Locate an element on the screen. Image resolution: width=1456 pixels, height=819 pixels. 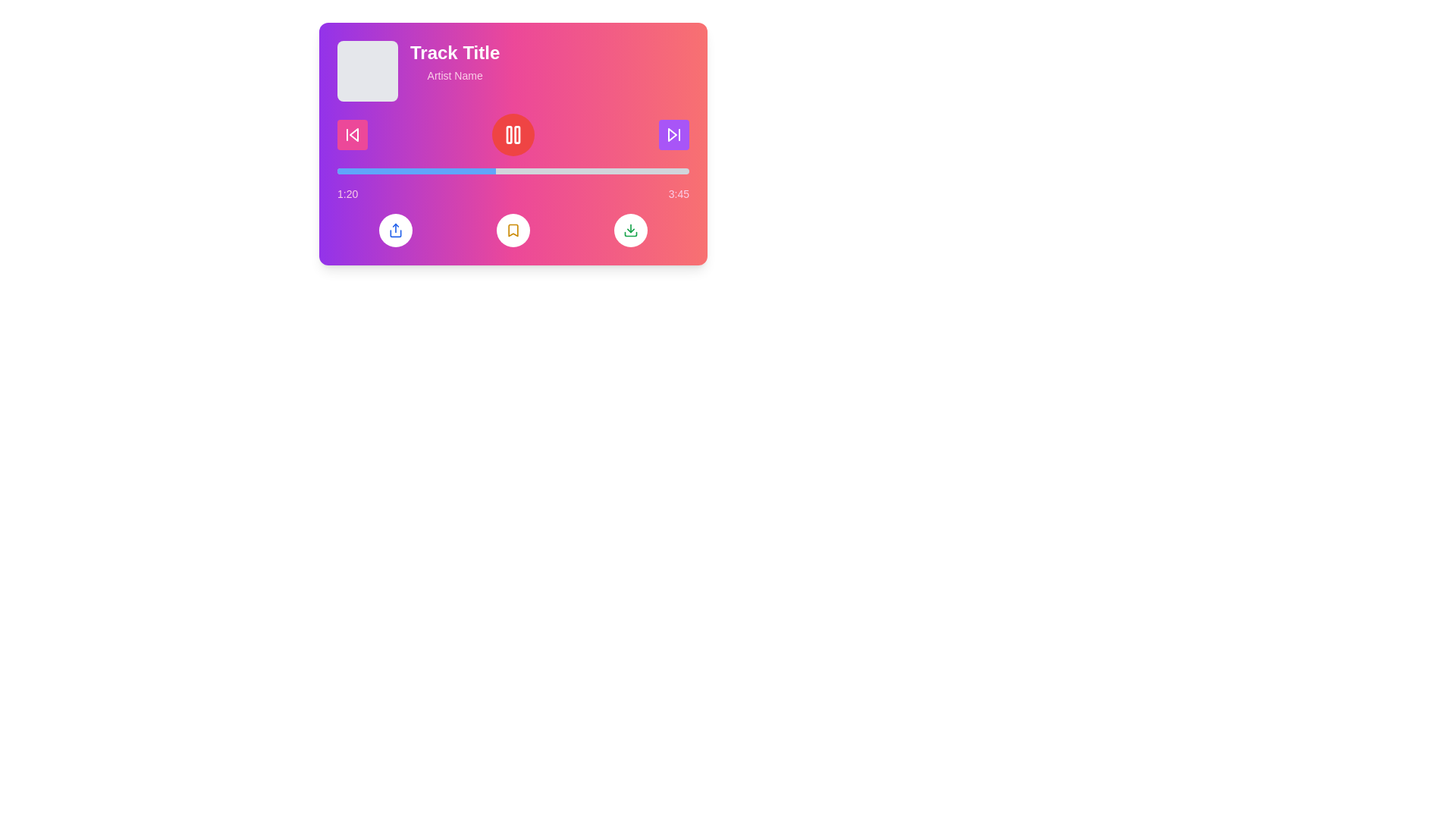
the purple square button labeled 'Skip Forward' in the media control interface to skip to the next track is located at coordinates (672, 133).